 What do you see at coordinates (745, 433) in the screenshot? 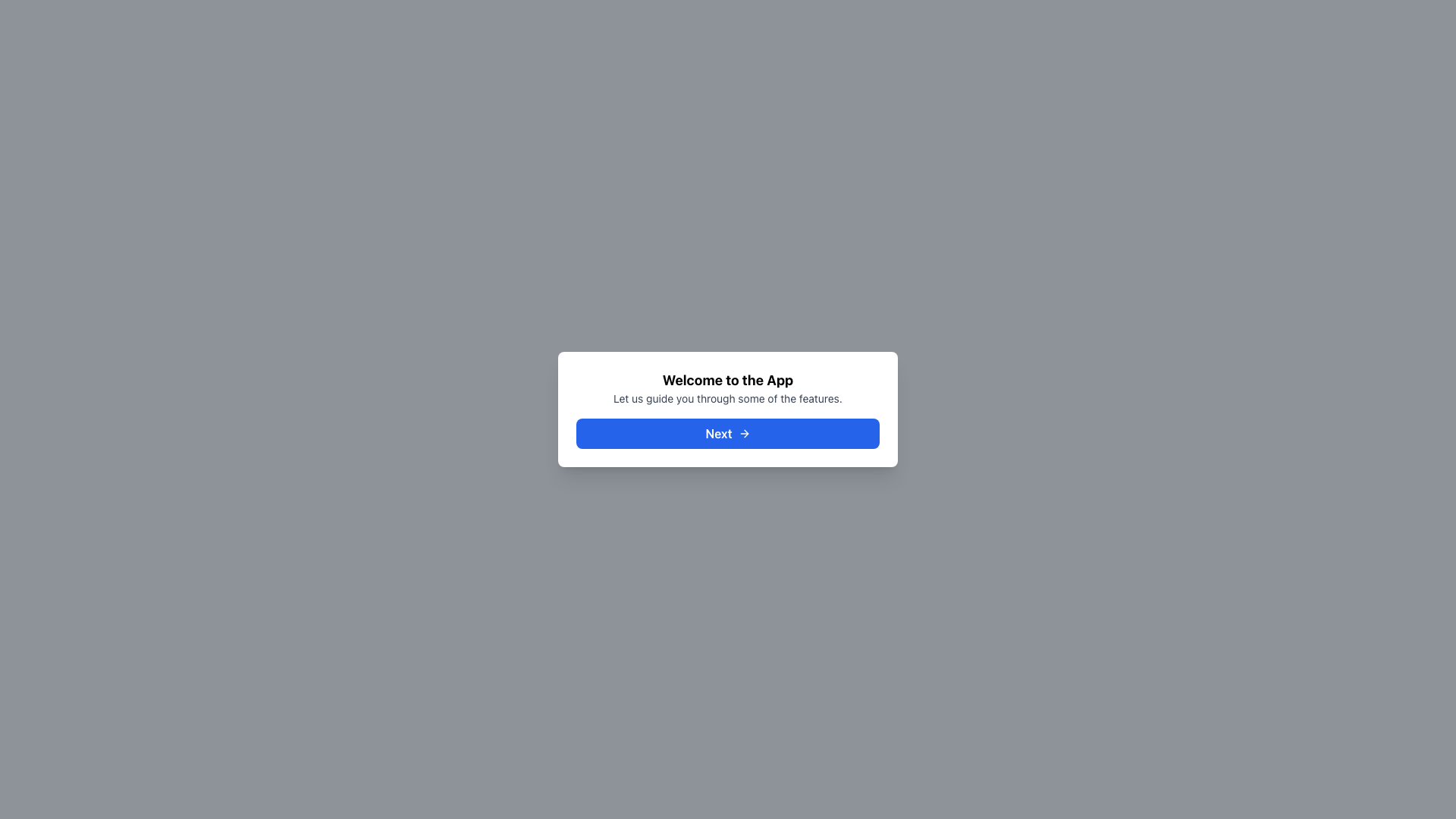
I see `the direction icon that indicates the action of the 'Next' button` at bounding box center [745, 433].